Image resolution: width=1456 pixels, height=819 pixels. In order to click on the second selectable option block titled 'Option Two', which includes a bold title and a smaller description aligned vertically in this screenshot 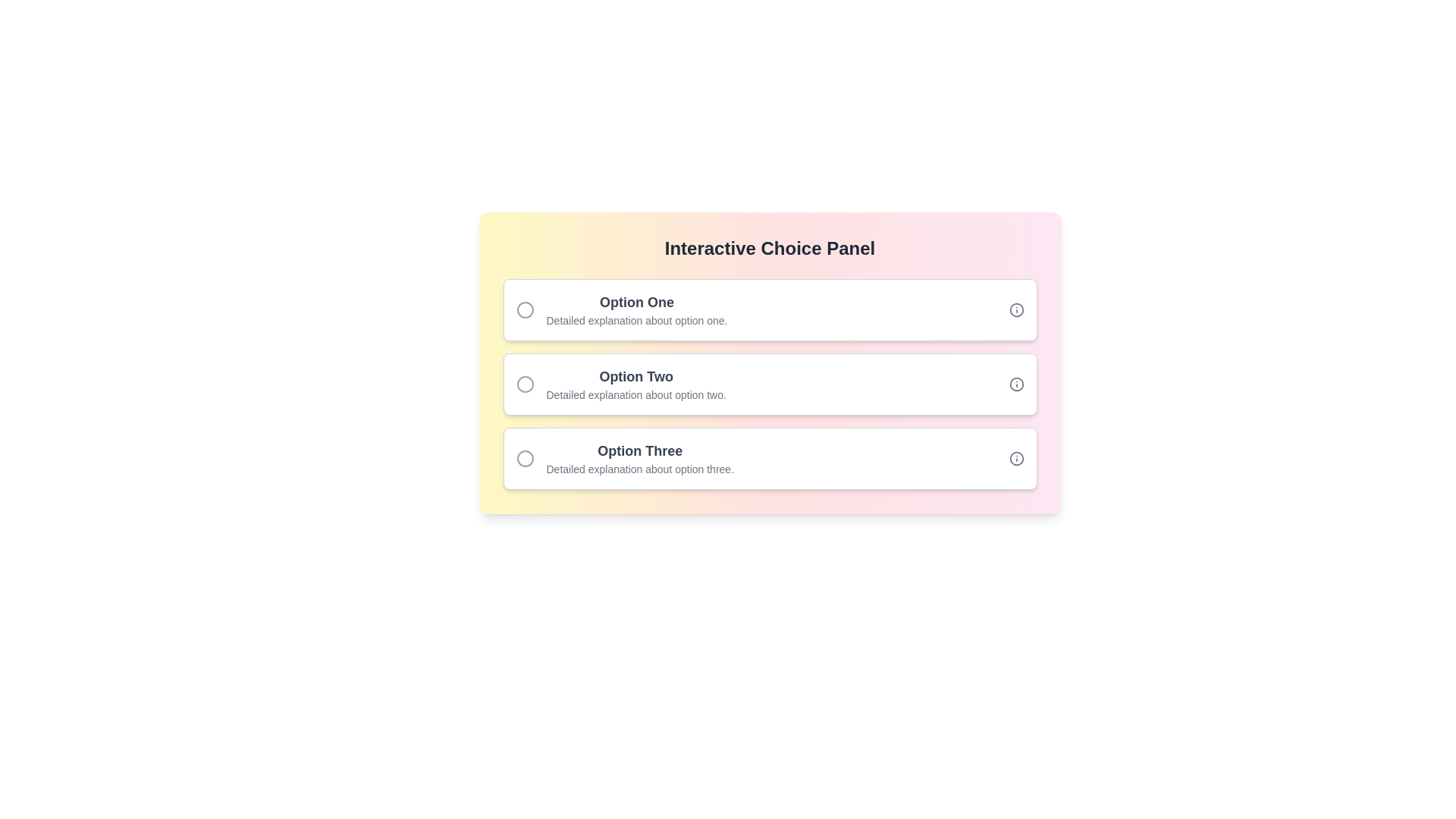, I will do `click(636, 383)`.